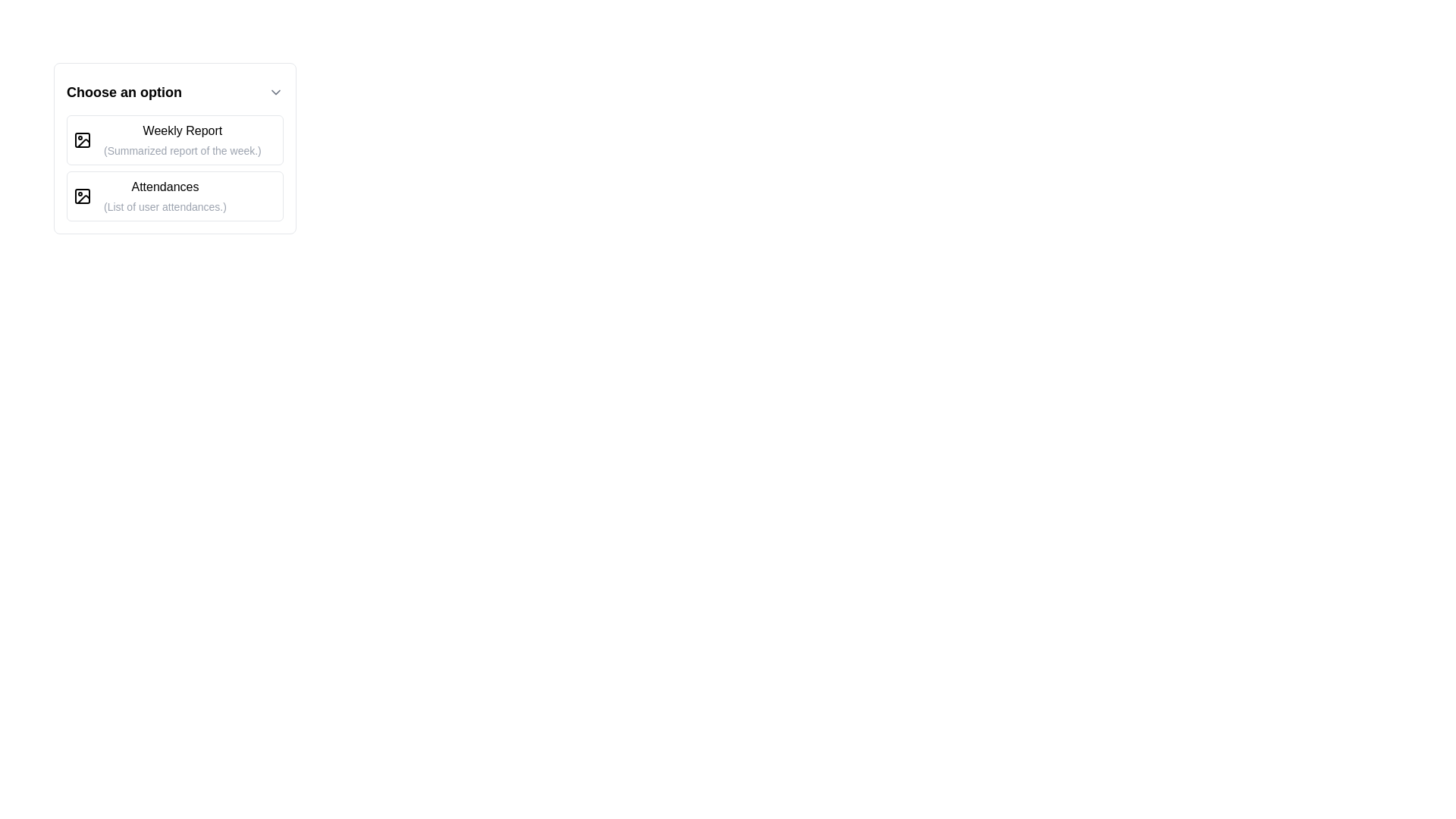 The image size is (1456, 819). I want to click on the 'Attendances' icon, which is located to the left of the label text in the section for user attendances, so click(82, 195).